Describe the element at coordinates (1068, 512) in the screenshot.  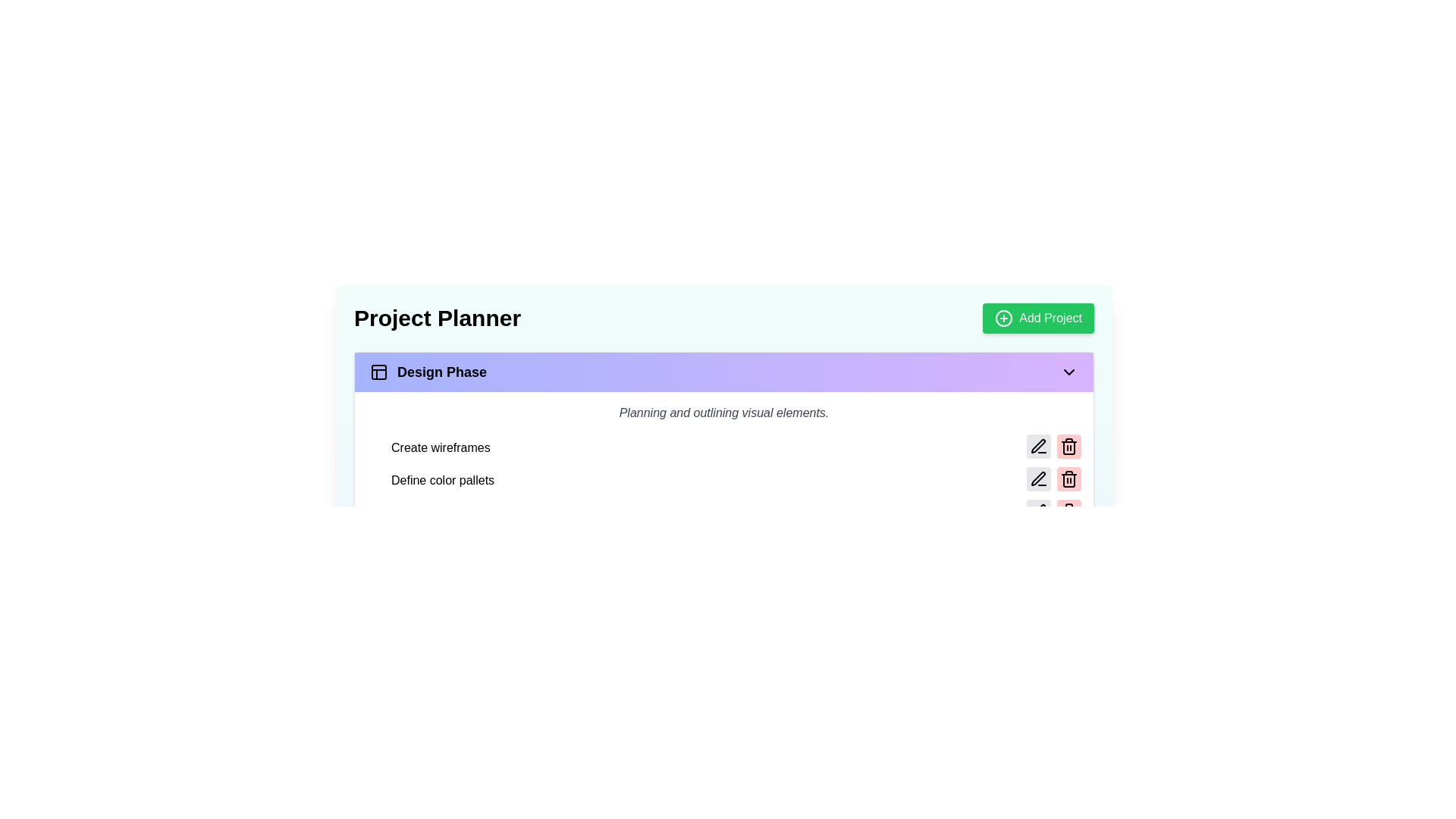
I see `the delete button located to the right of the task list entry` at that location.